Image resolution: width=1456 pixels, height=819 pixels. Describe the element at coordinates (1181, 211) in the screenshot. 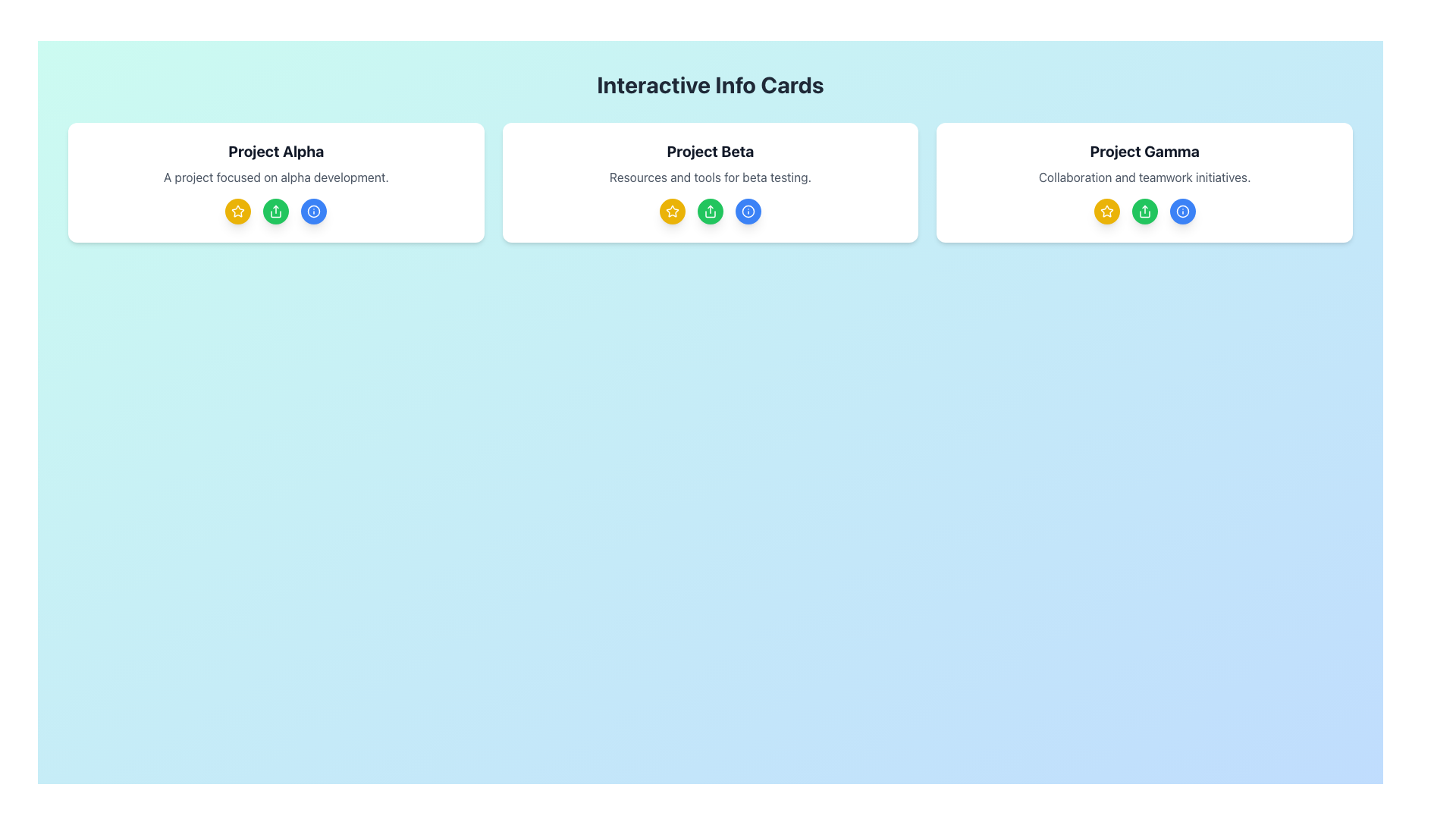

I see `the blue information icon with an 'i' symbol located at the bottom-right corner of the 'Project Gamma' interactive card` at that location.